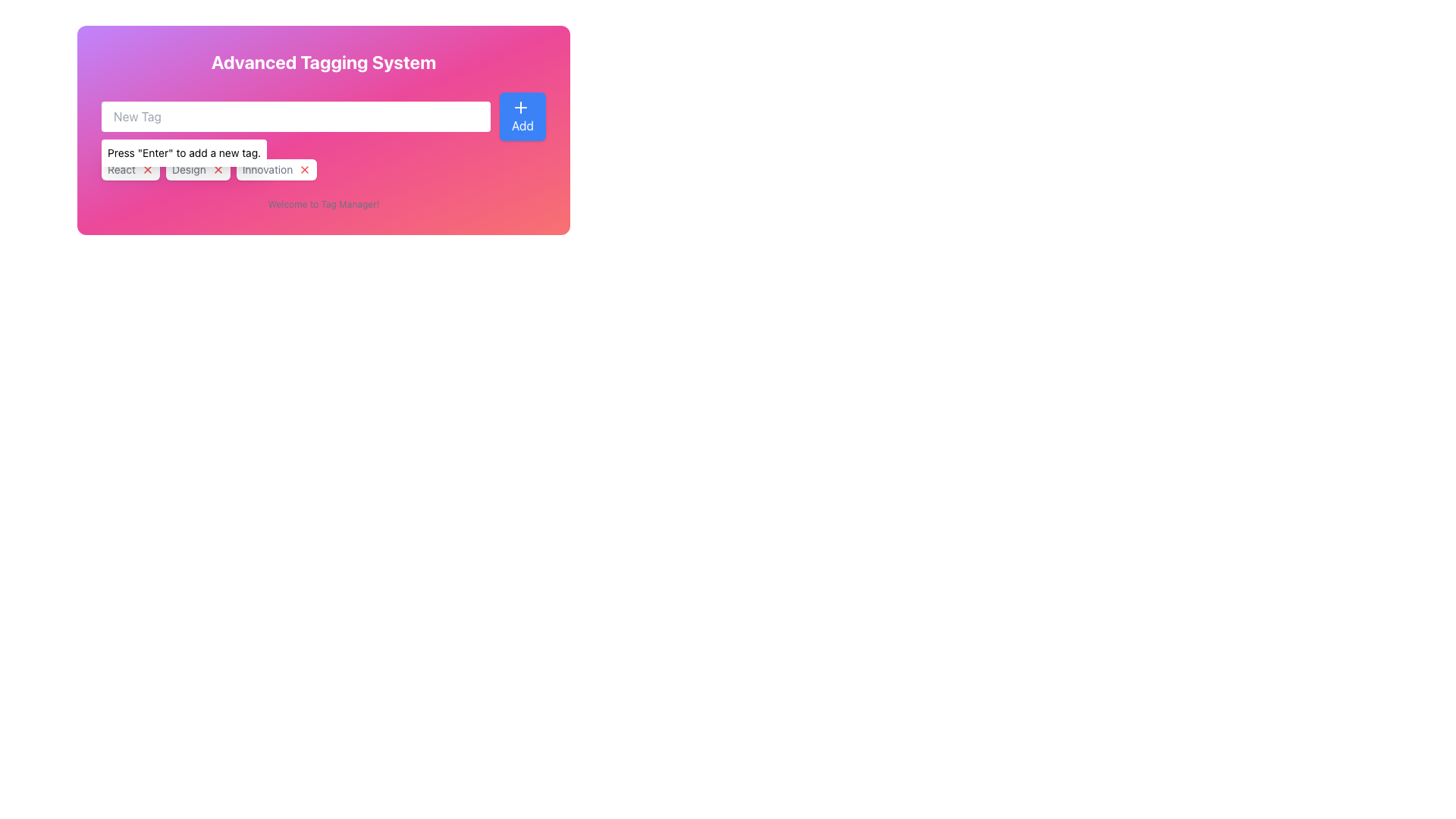 The image size is (1456, 819). Describe the element at coordinates (130, 169) in the screenshot. I see `the first interactive tag labeled 'React' which has a removable feature indicated by a small red 'X' icon` at that location.